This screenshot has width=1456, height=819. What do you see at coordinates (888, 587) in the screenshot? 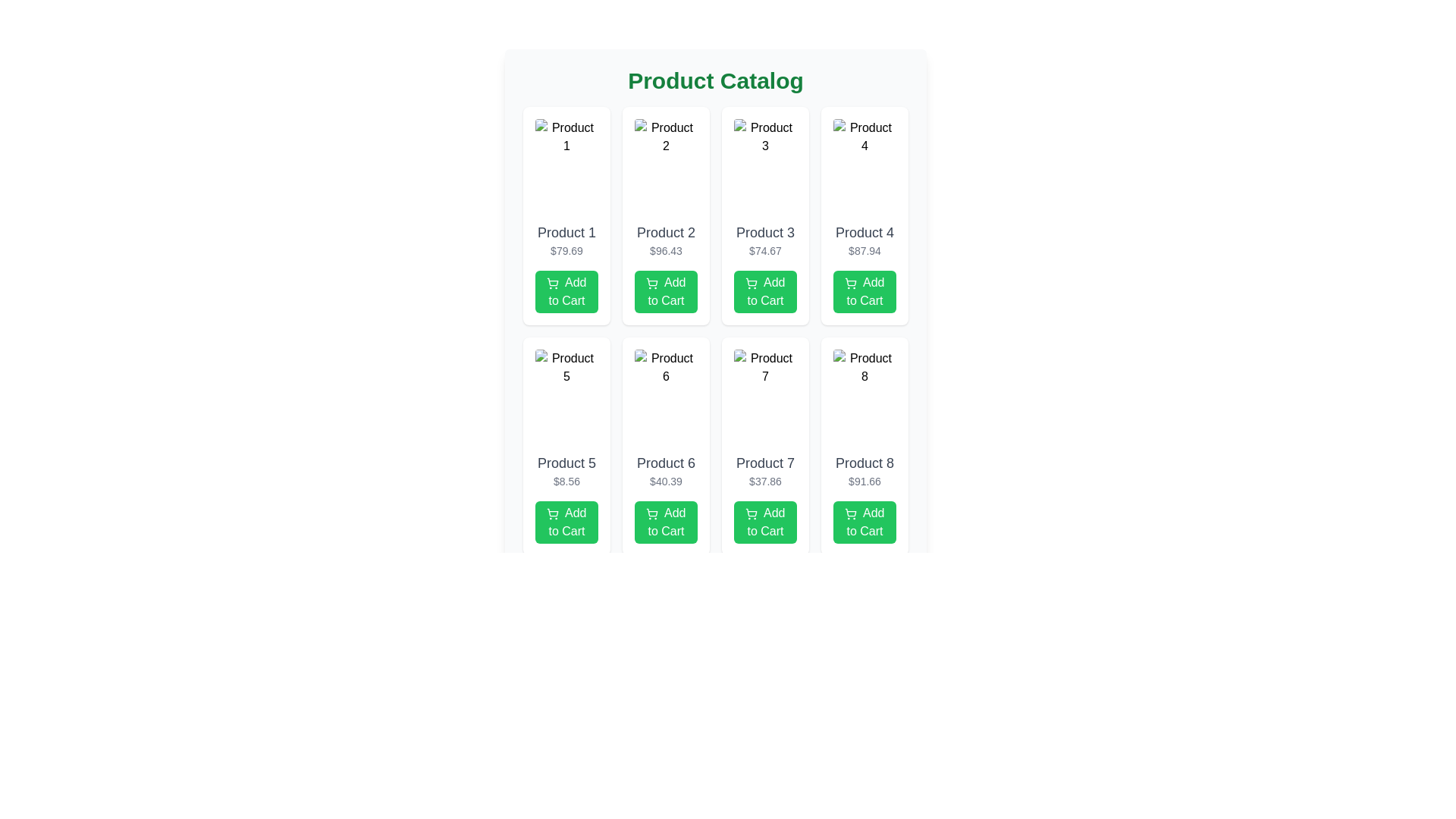
I see `the 'next' button in the pagination control located at the bottom-right of the interface` at bounding box center [888, 587].